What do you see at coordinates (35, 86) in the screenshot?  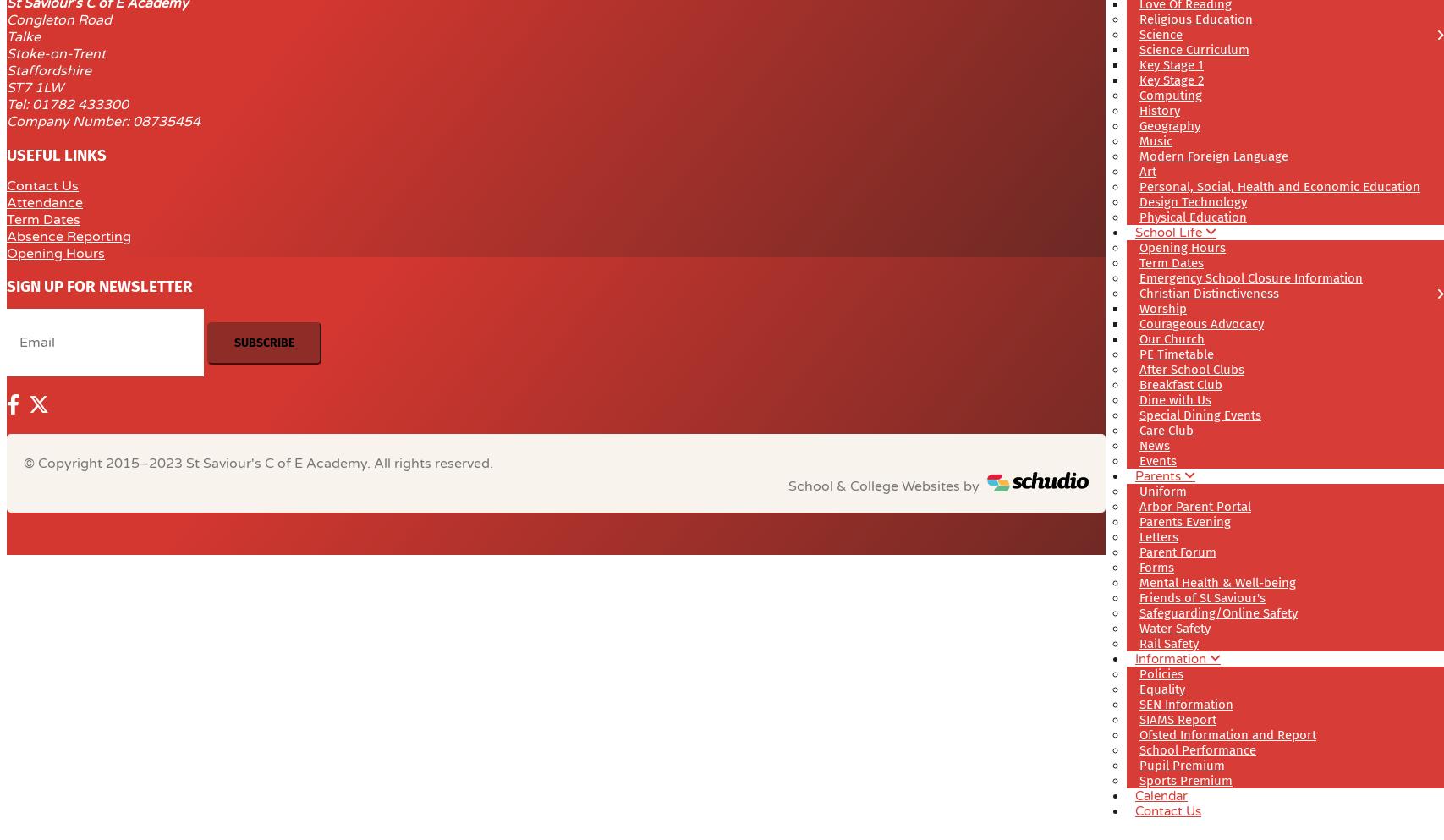 I see `'ST7 1LW'` at bounding box center [35, 86].